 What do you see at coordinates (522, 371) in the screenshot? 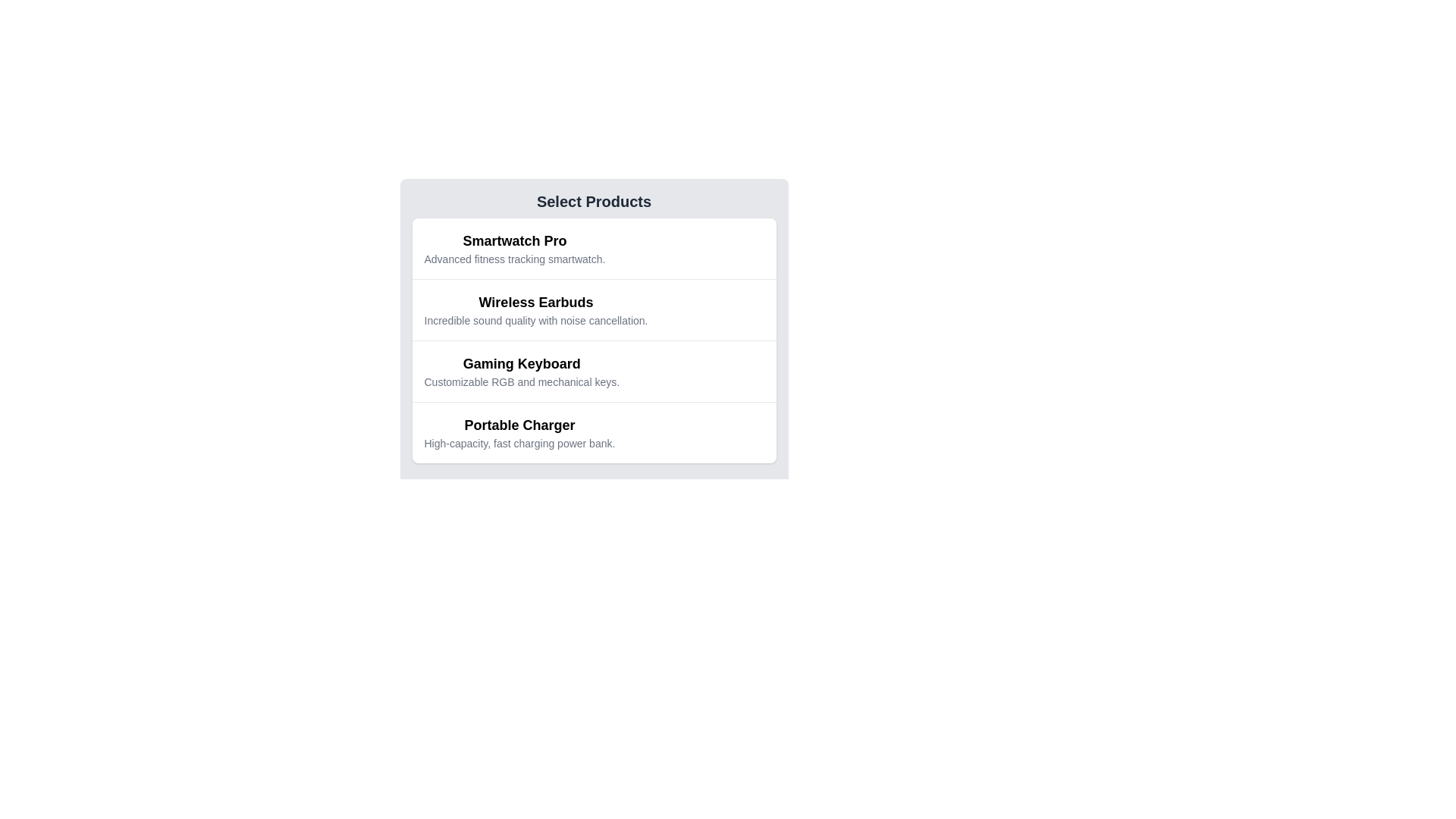
I see `the Text block that presents the name and description of the 'Gaming Keyboard'` at bounding box center [522, 371].